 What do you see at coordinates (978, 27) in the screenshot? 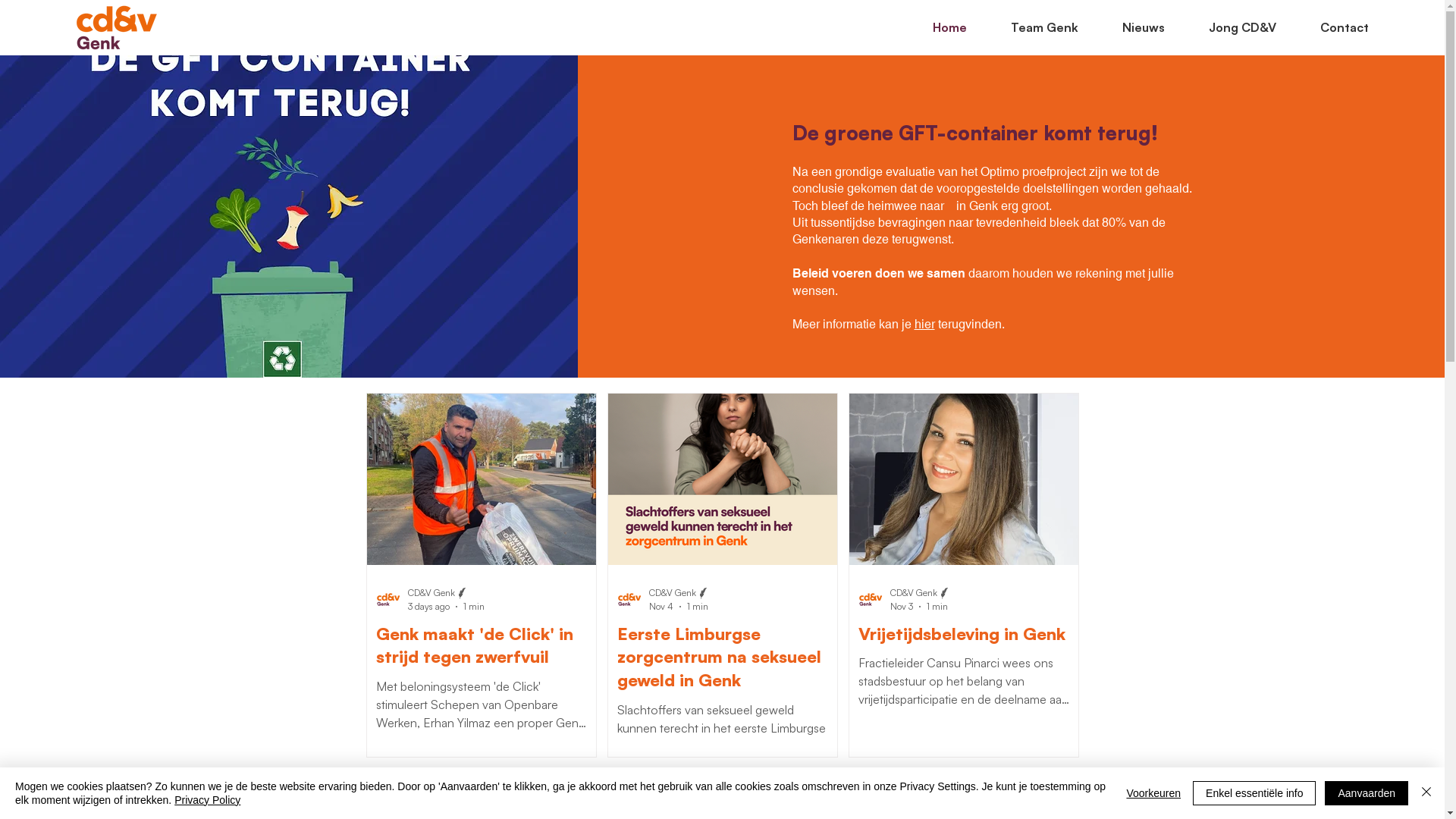
I see `'Team Genk'` at bounding box center [978, 27].